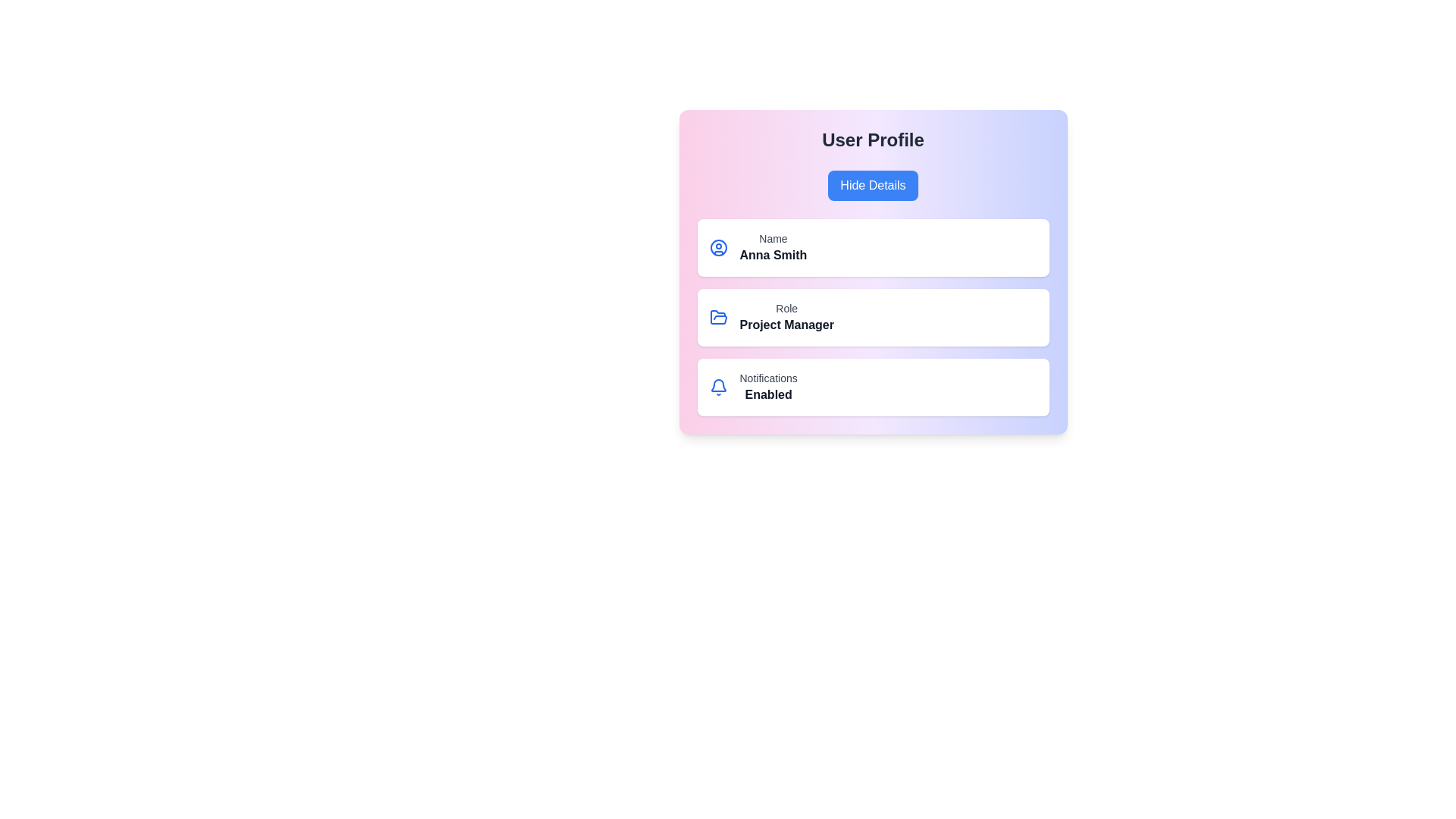 The height and width of the screenshot is (819, 1456). I want to click on the text label displaying the word 'Role', which is styled in a smaller font size and medium gray color, positioned above the 'Project Manager' text within the user profile card, so click(786, 308).